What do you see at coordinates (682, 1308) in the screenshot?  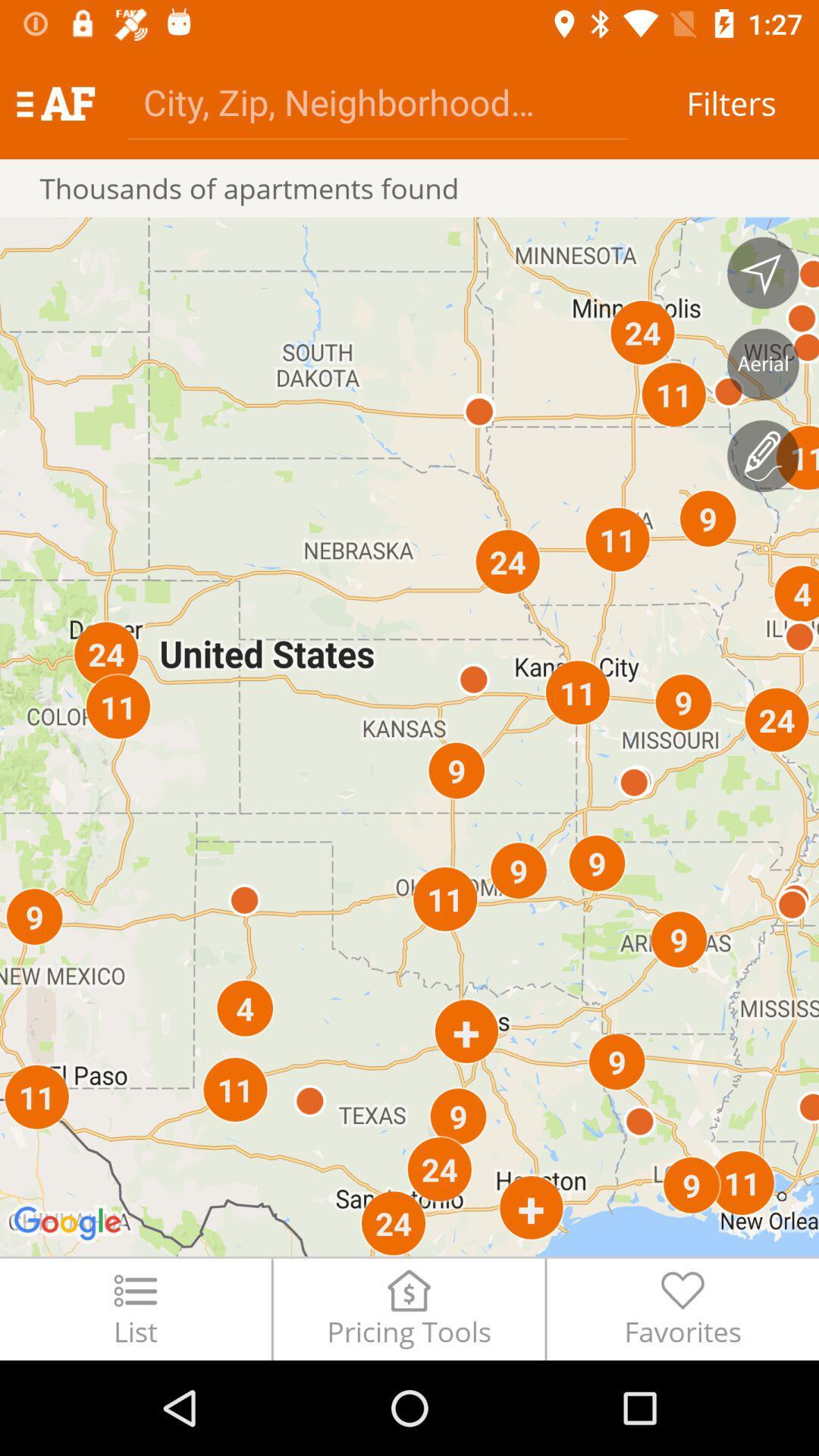 I see `the favorites item` at bounding box center [682, 1308].